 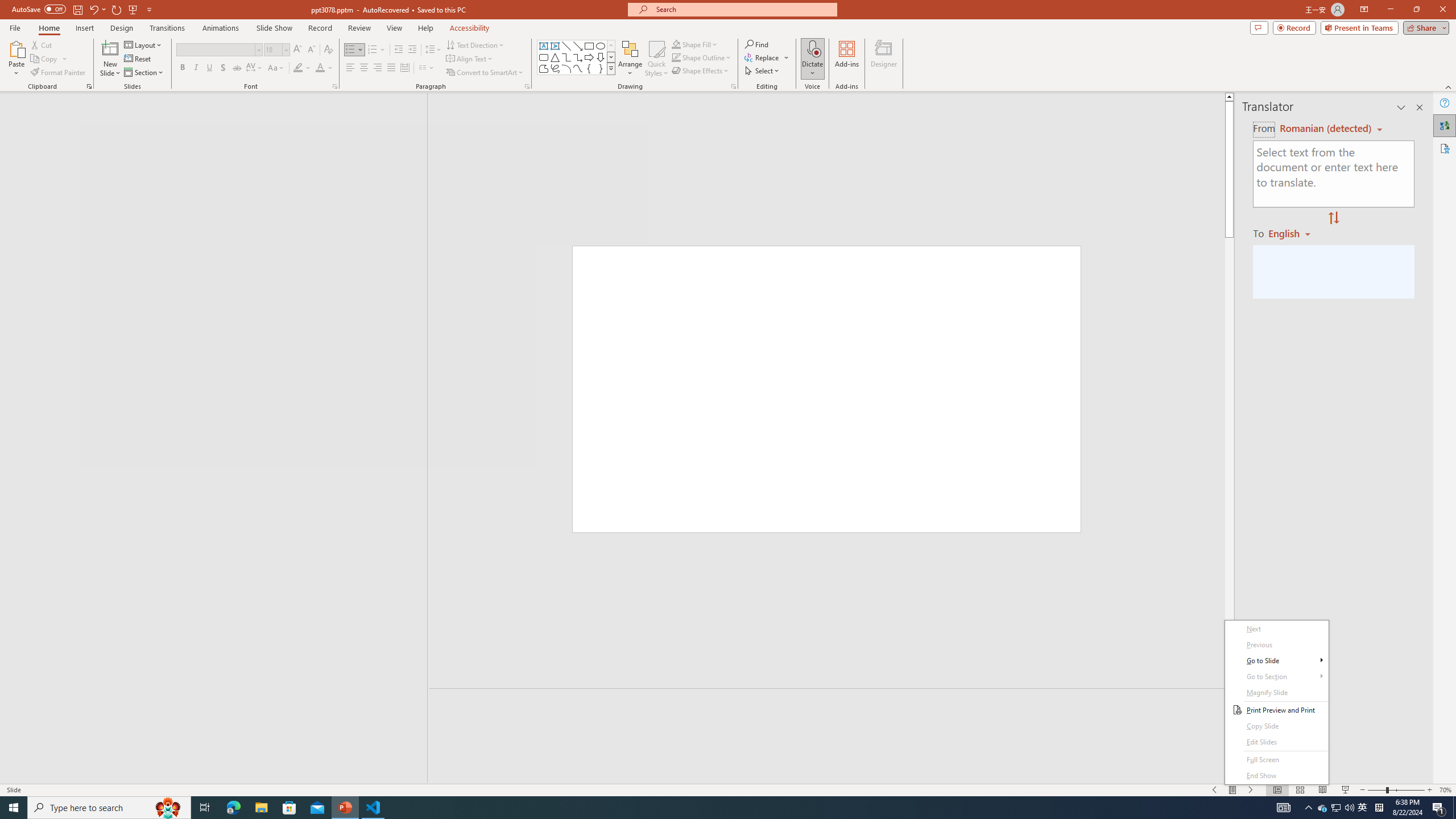 What do you see at coordinates (1277, 644) in the screenshot?
I see `'Previous'` at bounding box center [1277, 644].